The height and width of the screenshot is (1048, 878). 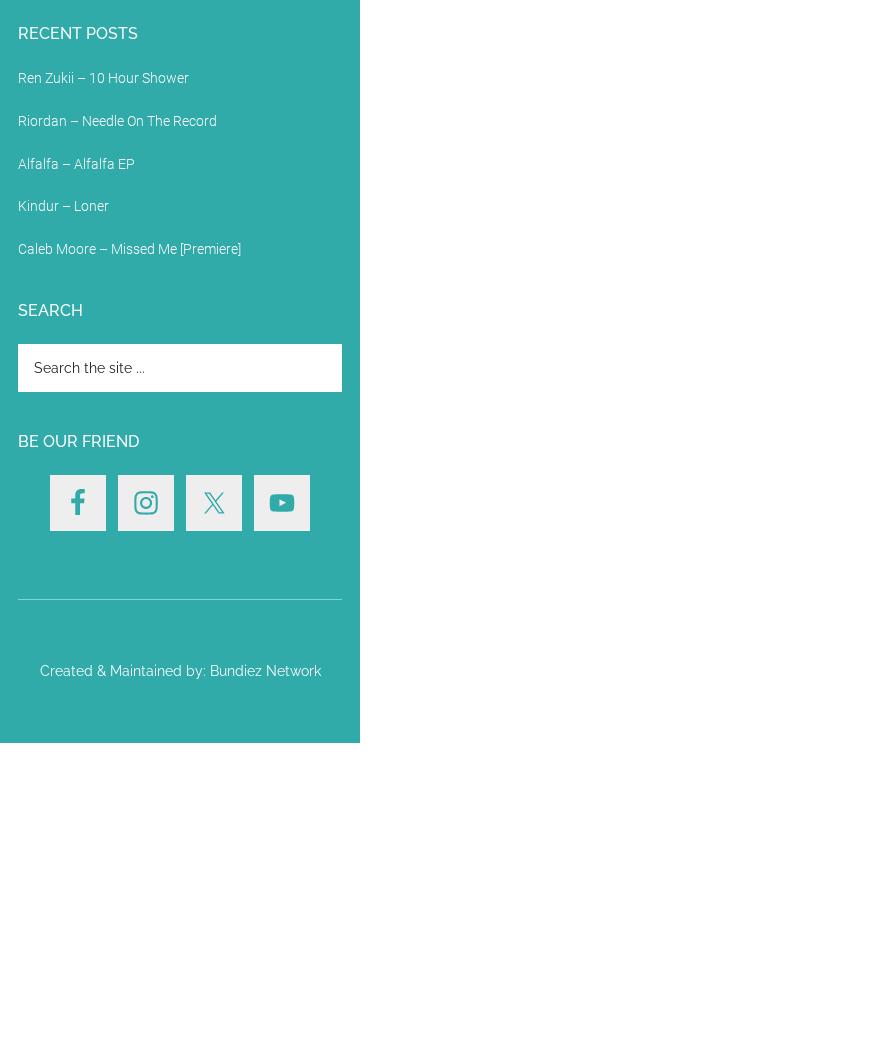 I want to click on 'Ren Zukii – 10 Hour Shower', so click(x=102, y=77).